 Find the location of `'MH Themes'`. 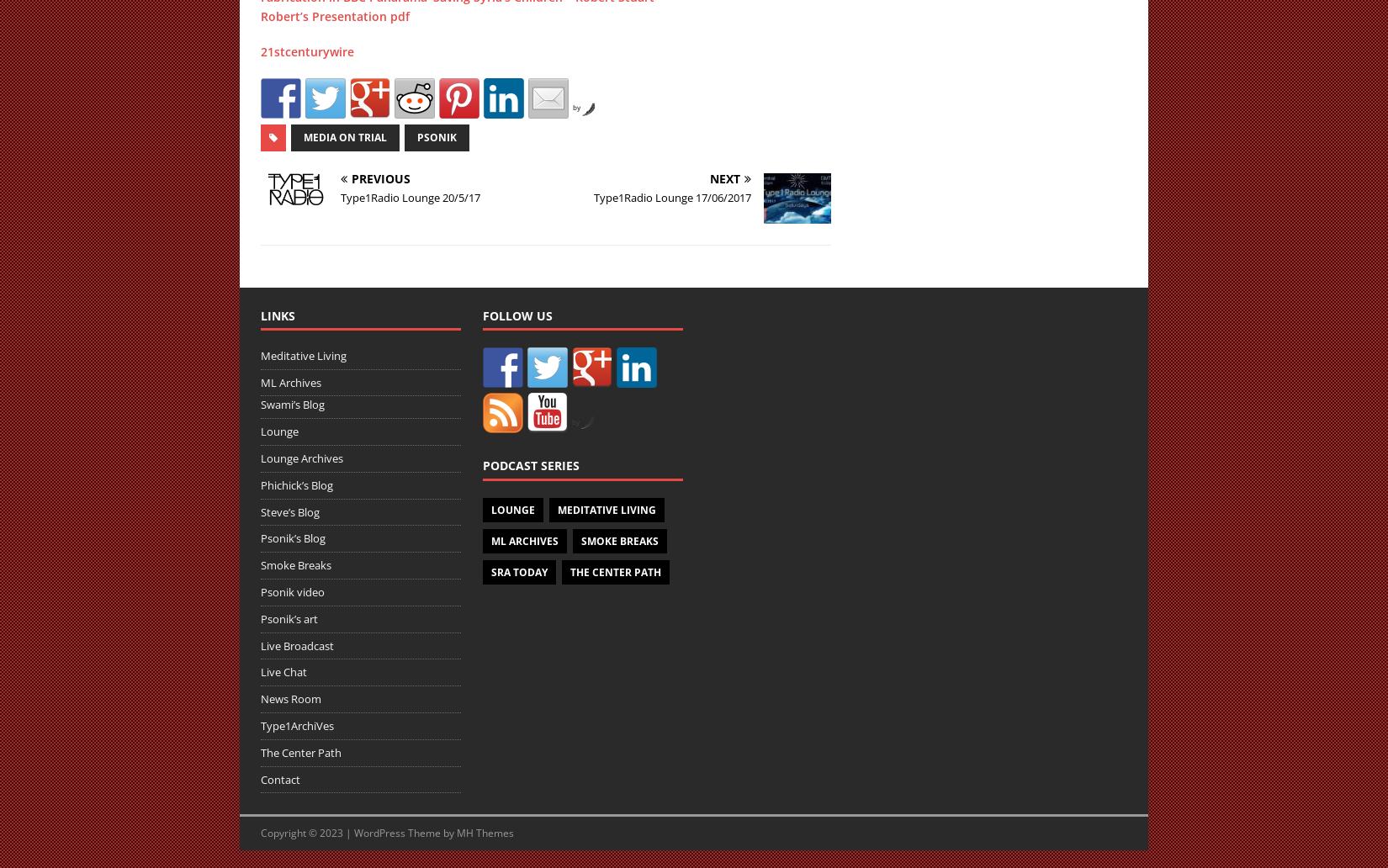

'MH Themes' is located at coordinates (485, 832).